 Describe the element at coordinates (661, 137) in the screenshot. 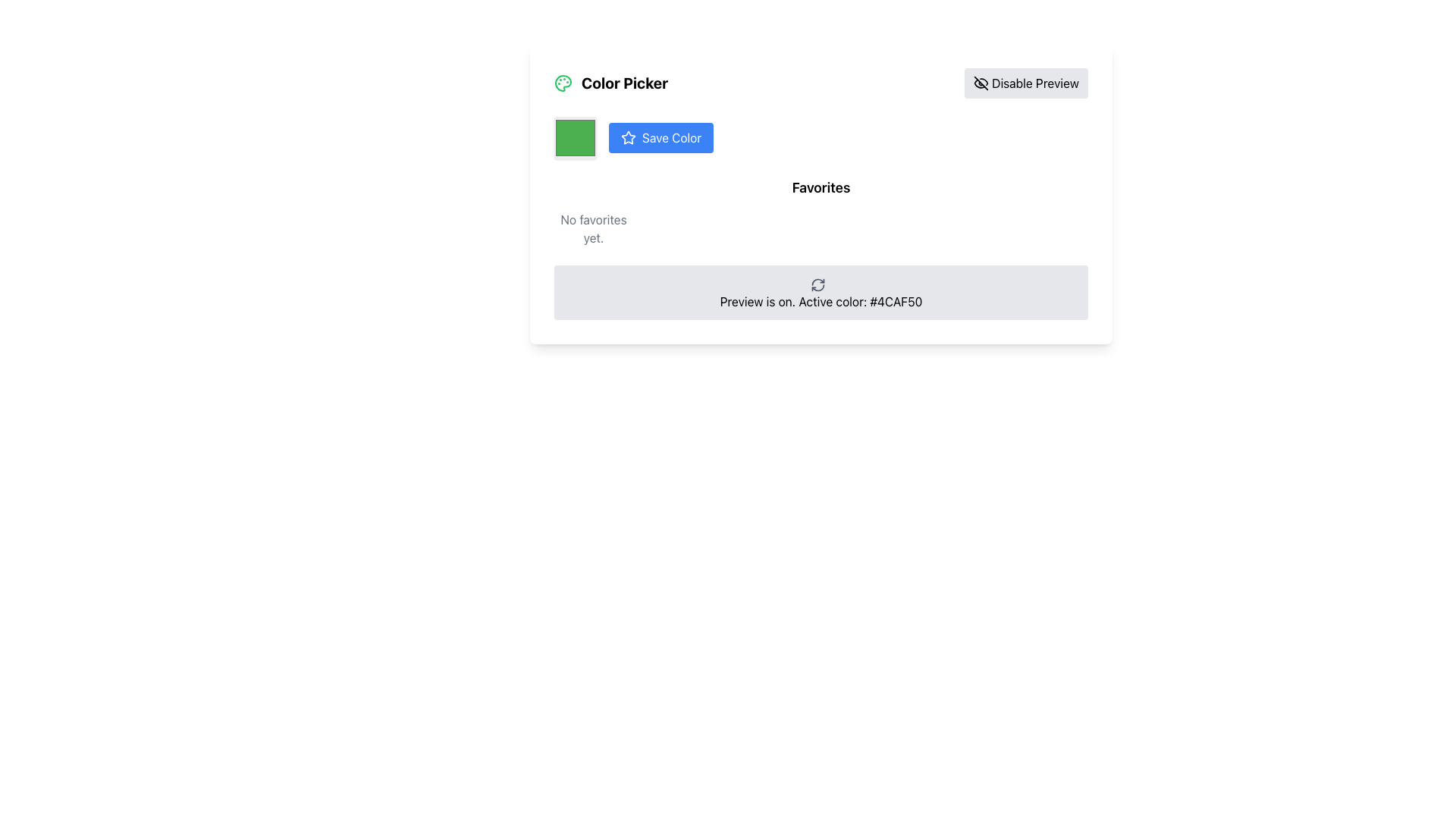

I see `the 'Save Color' button, which is a rectangular button with a blue background and white text, located to the right of the color preview box` at that location.